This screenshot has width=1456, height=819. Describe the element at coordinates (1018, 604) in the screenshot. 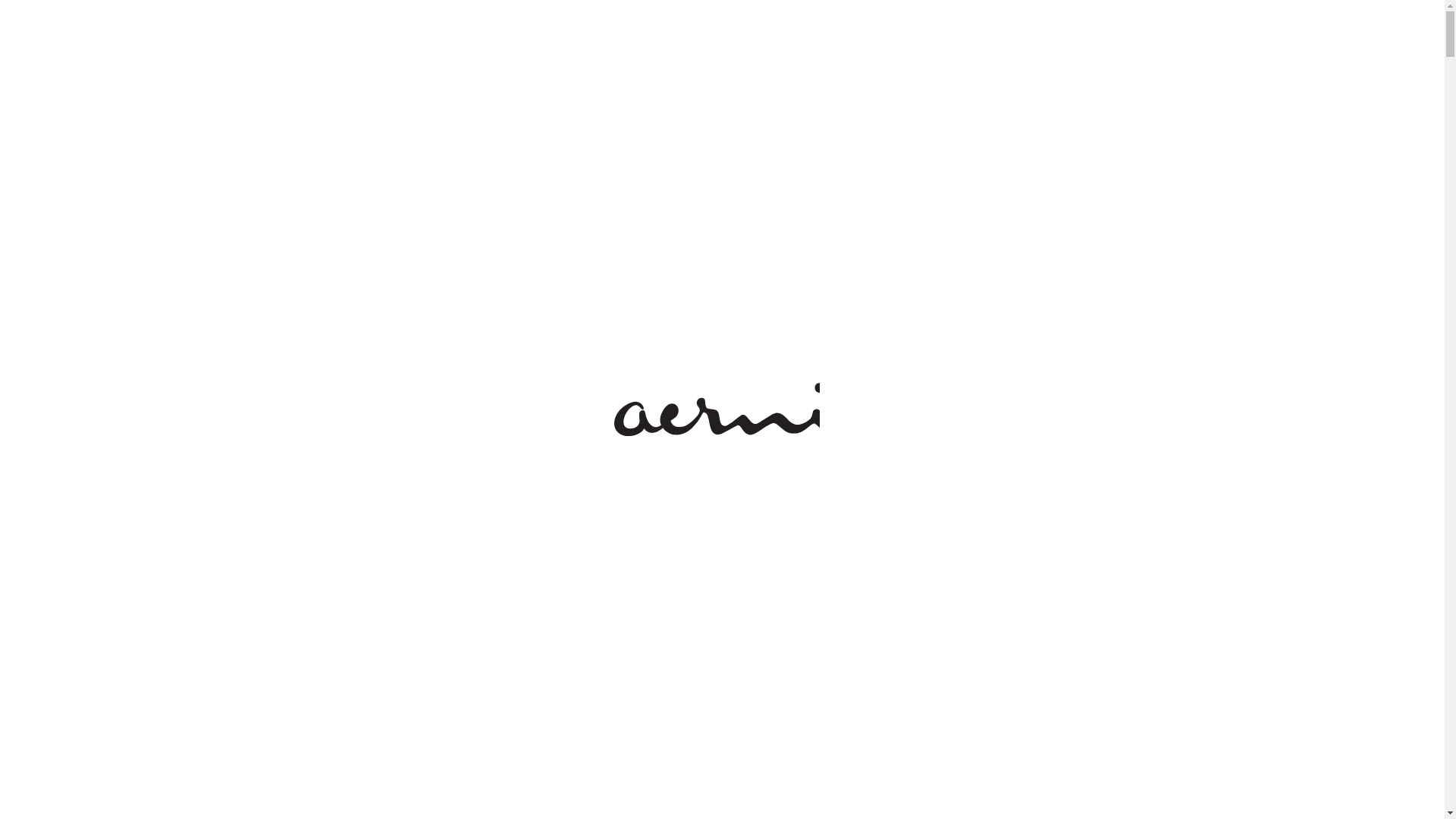

I see `'Versandkosten'` at that location.